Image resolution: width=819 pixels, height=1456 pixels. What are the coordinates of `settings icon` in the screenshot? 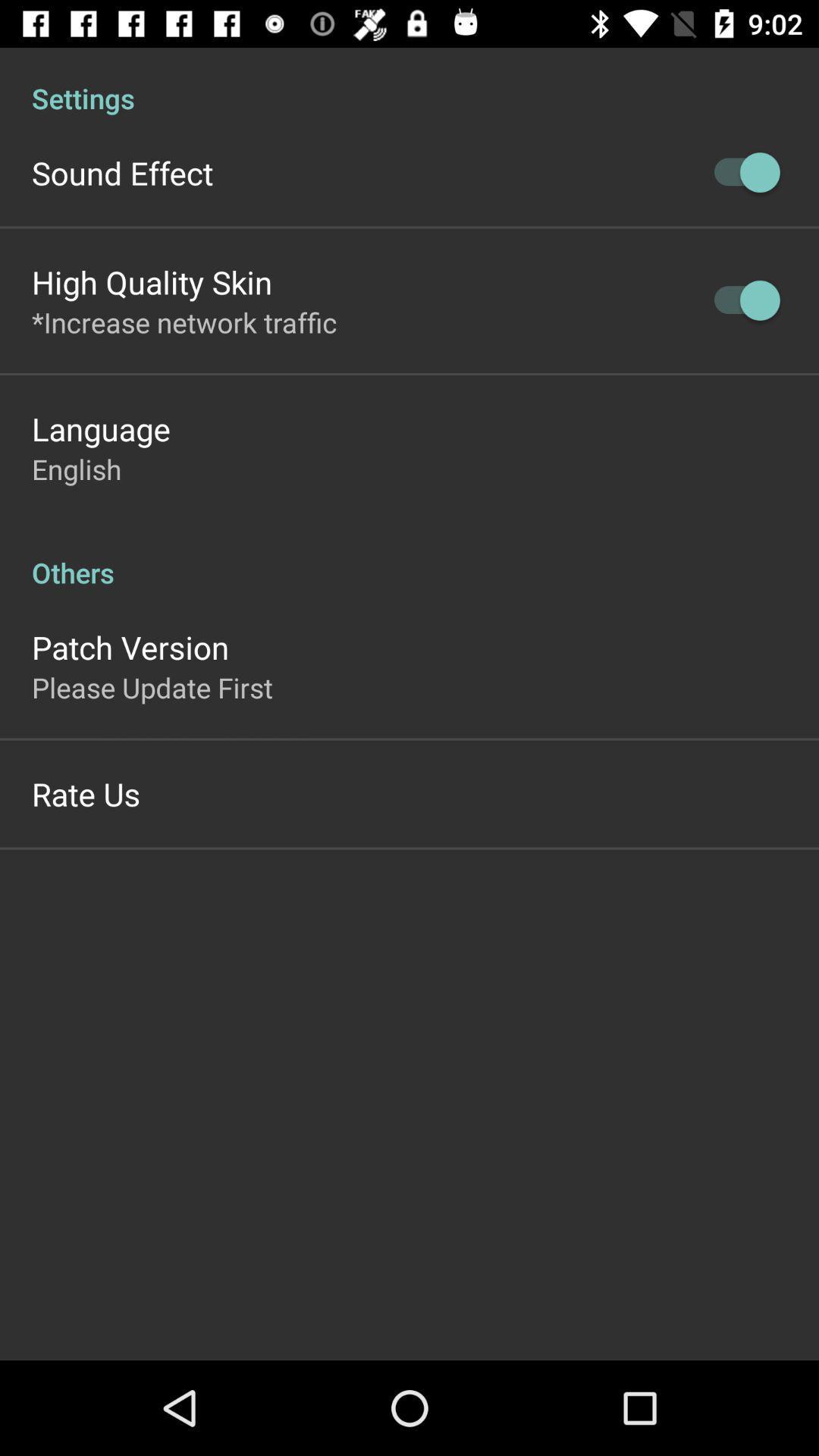 It's located at (409, 81).